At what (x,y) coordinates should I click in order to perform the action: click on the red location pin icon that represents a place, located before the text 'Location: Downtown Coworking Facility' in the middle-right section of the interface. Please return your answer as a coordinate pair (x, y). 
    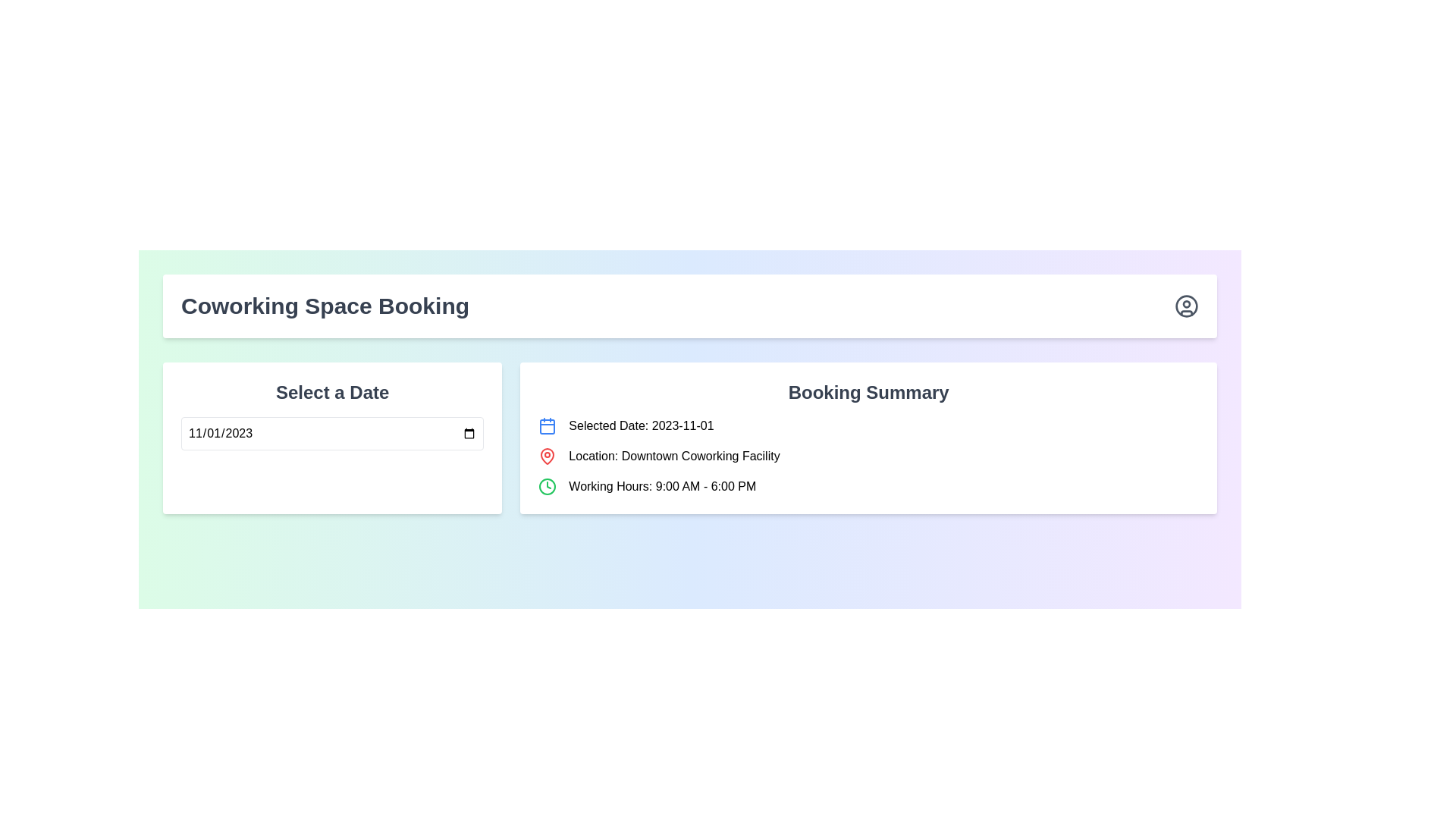
    Looking at the image, I should click on (547, 455).